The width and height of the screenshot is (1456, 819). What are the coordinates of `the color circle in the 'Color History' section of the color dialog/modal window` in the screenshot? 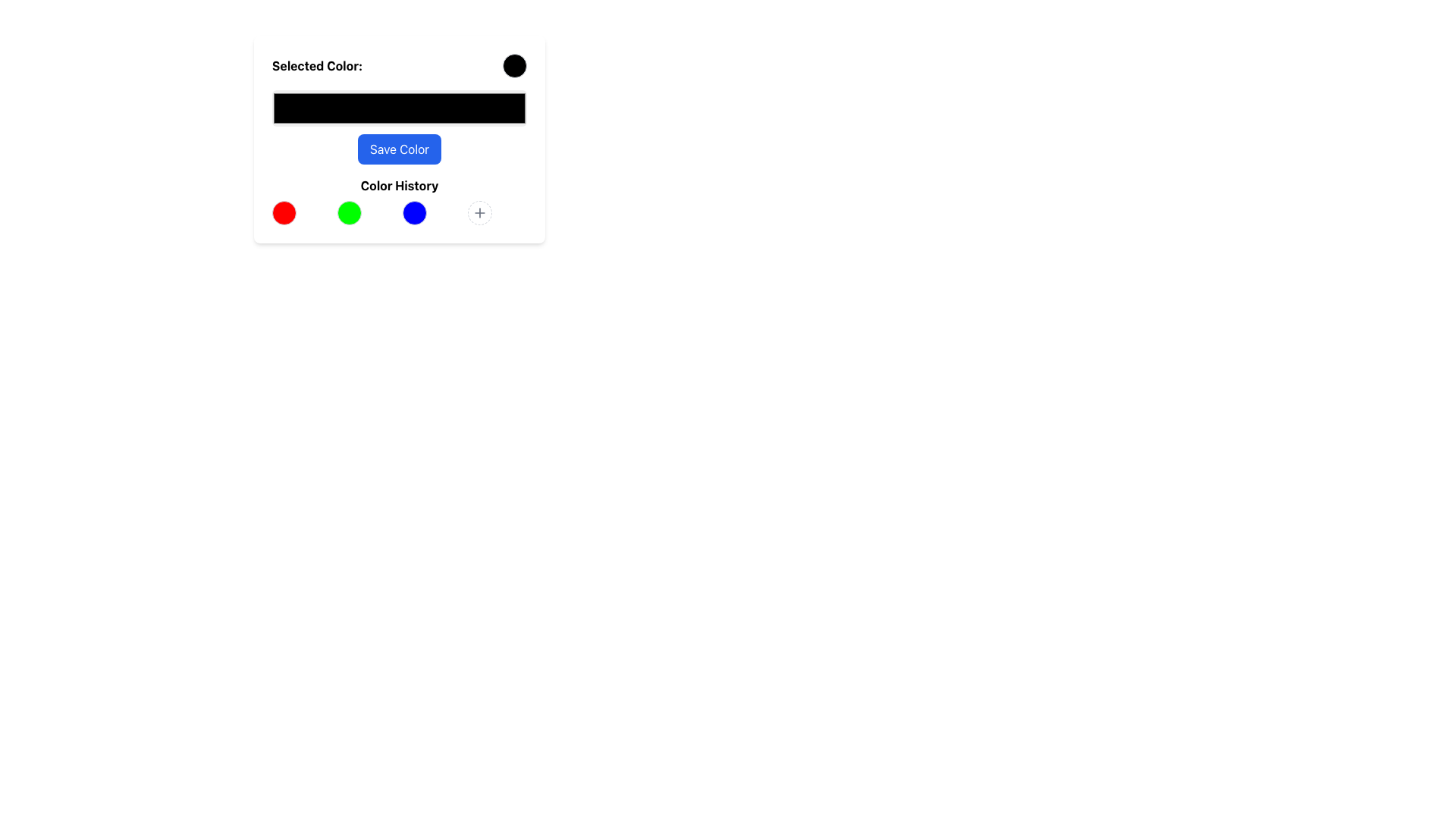 It's located at (488, 198).